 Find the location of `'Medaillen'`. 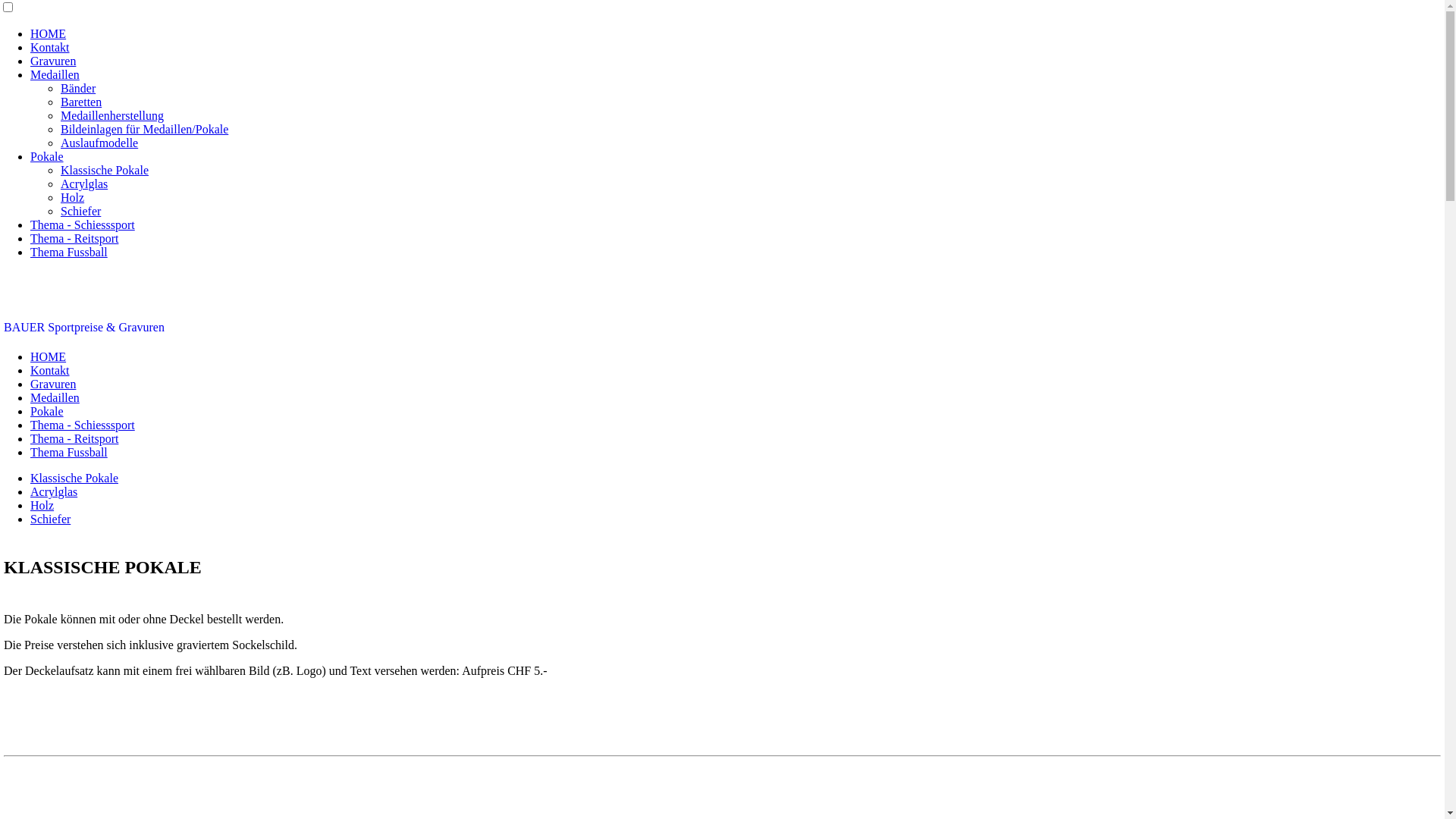

'Medaillen' is located at coordinates (55, 74).